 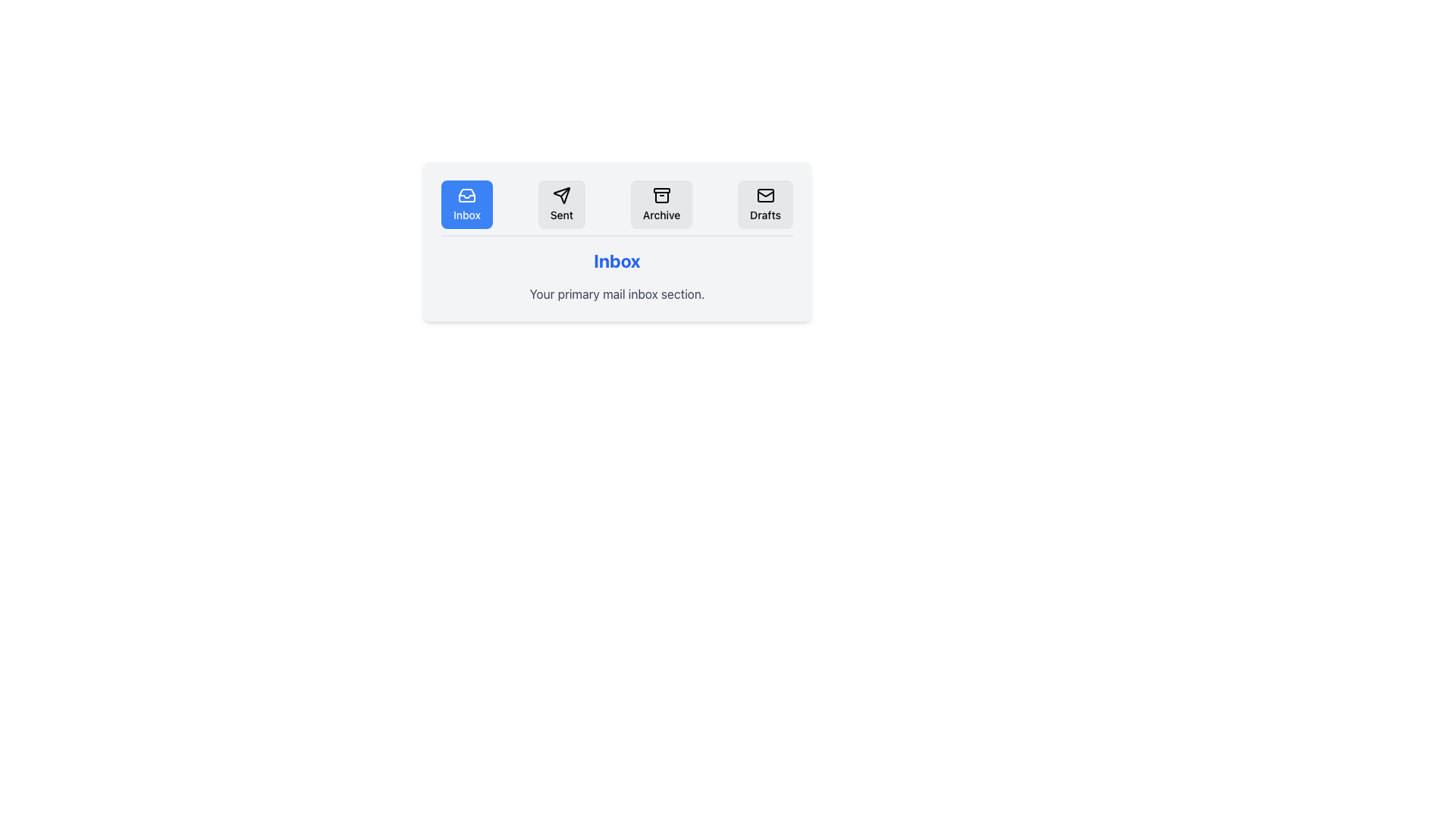 What do you see at coordinates (466, 195) in the screenshot?
I see `the blue square SVG icon with a white tray and downward arrow, labeled 'Inbox'` at bounding box center [466, 195].